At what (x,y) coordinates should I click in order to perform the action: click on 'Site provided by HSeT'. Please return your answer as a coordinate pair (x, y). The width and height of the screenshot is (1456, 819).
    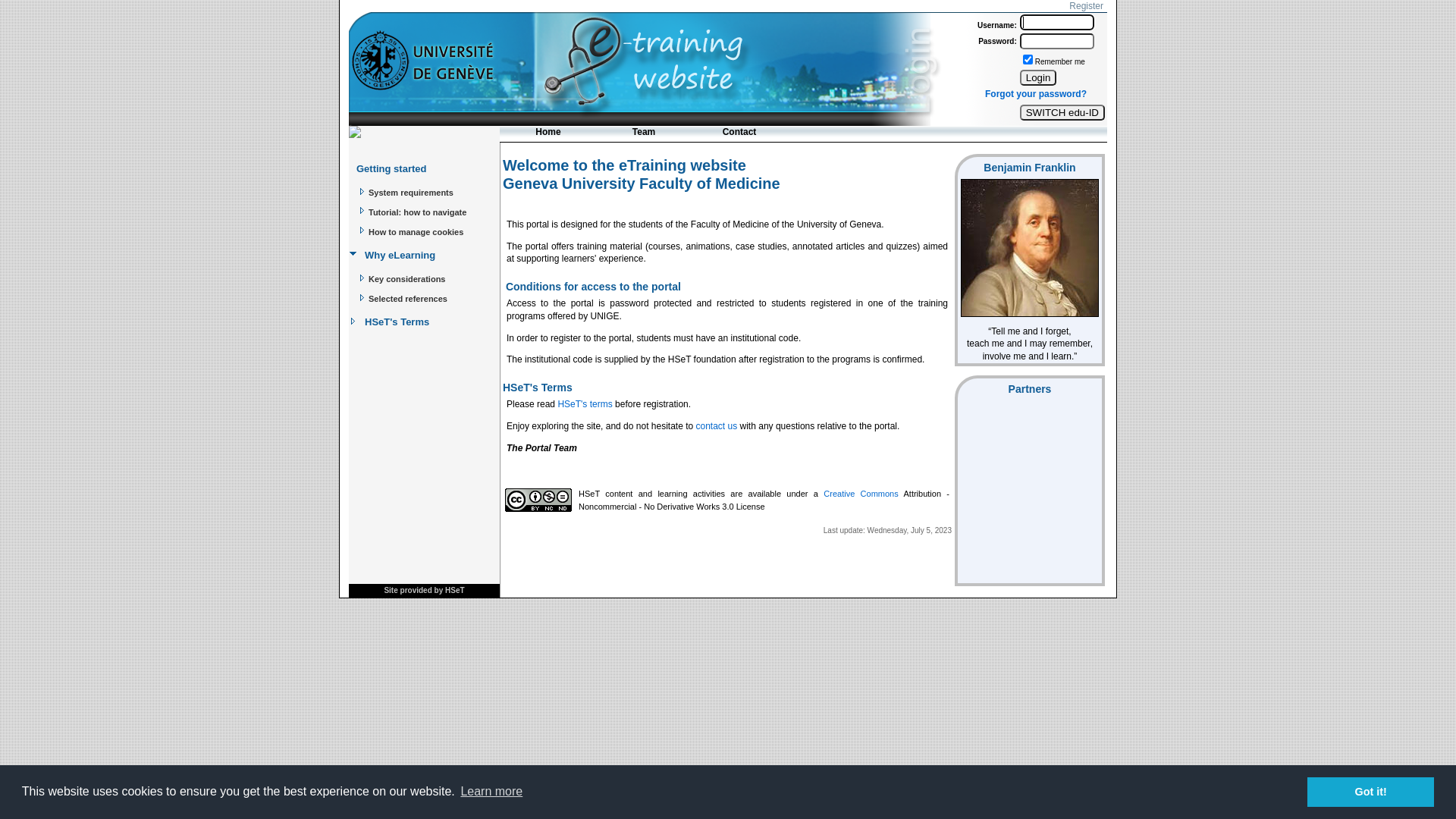
    Looking at the image, I should click on (423, 589).